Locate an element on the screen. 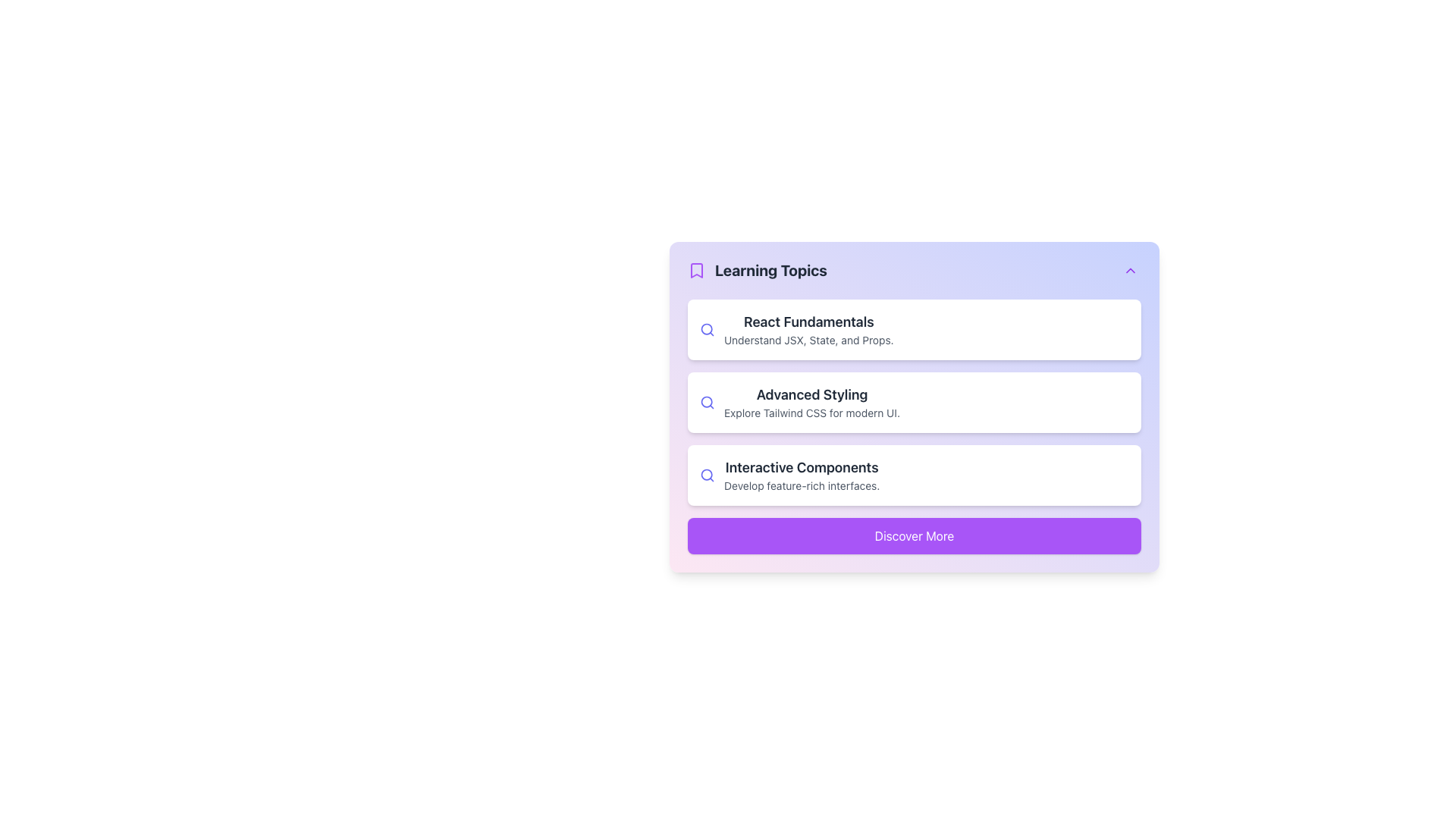 The width and height of the screenshot is (1456, 819). the Informational card for the learning topic 'React Fundamentals' that provides a summary about JSX, State, and Props, located in the 'Learning Topics' section is located at coordinates (913, 329).